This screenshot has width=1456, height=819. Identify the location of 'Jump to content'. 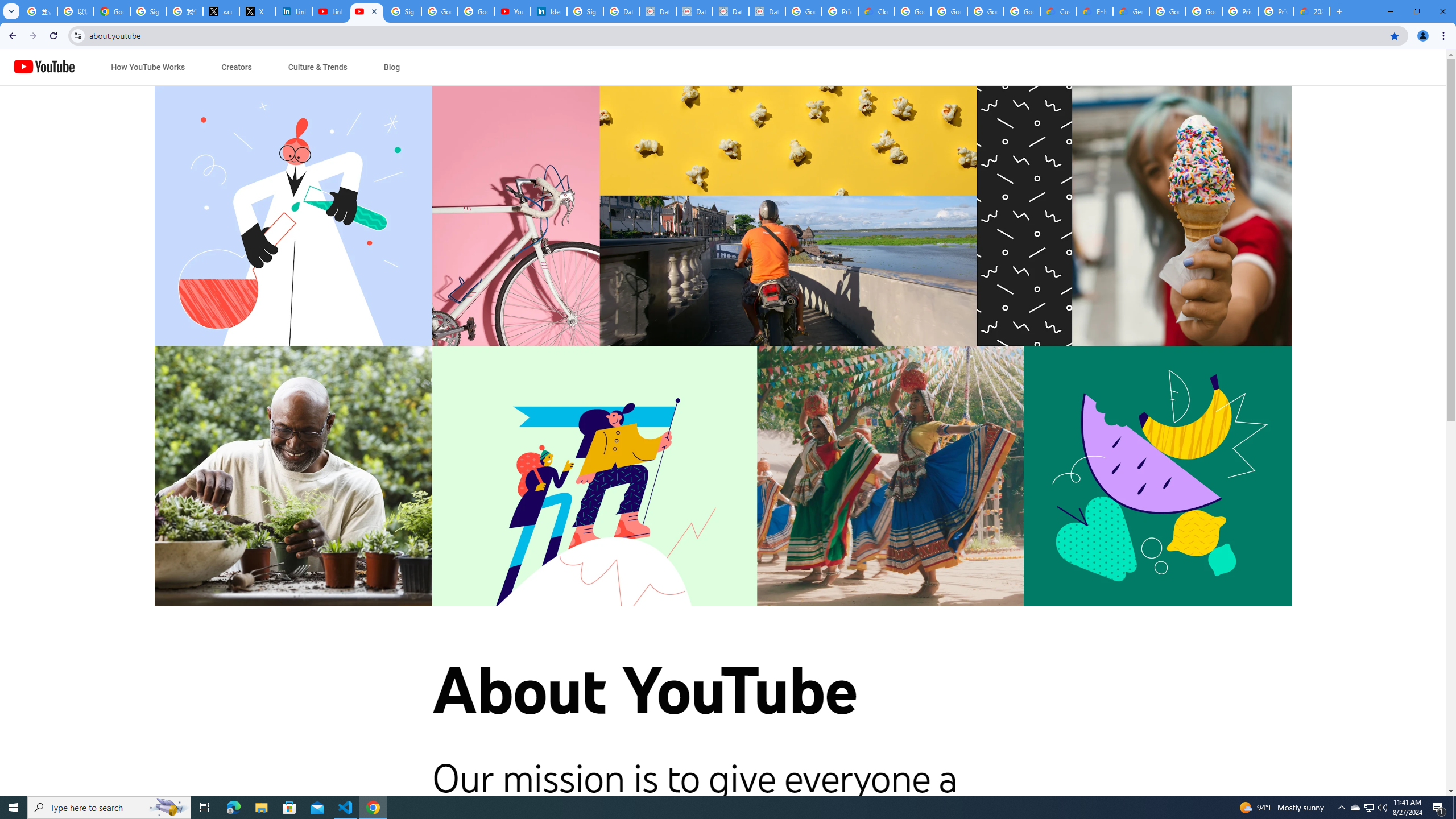
(106, 67).